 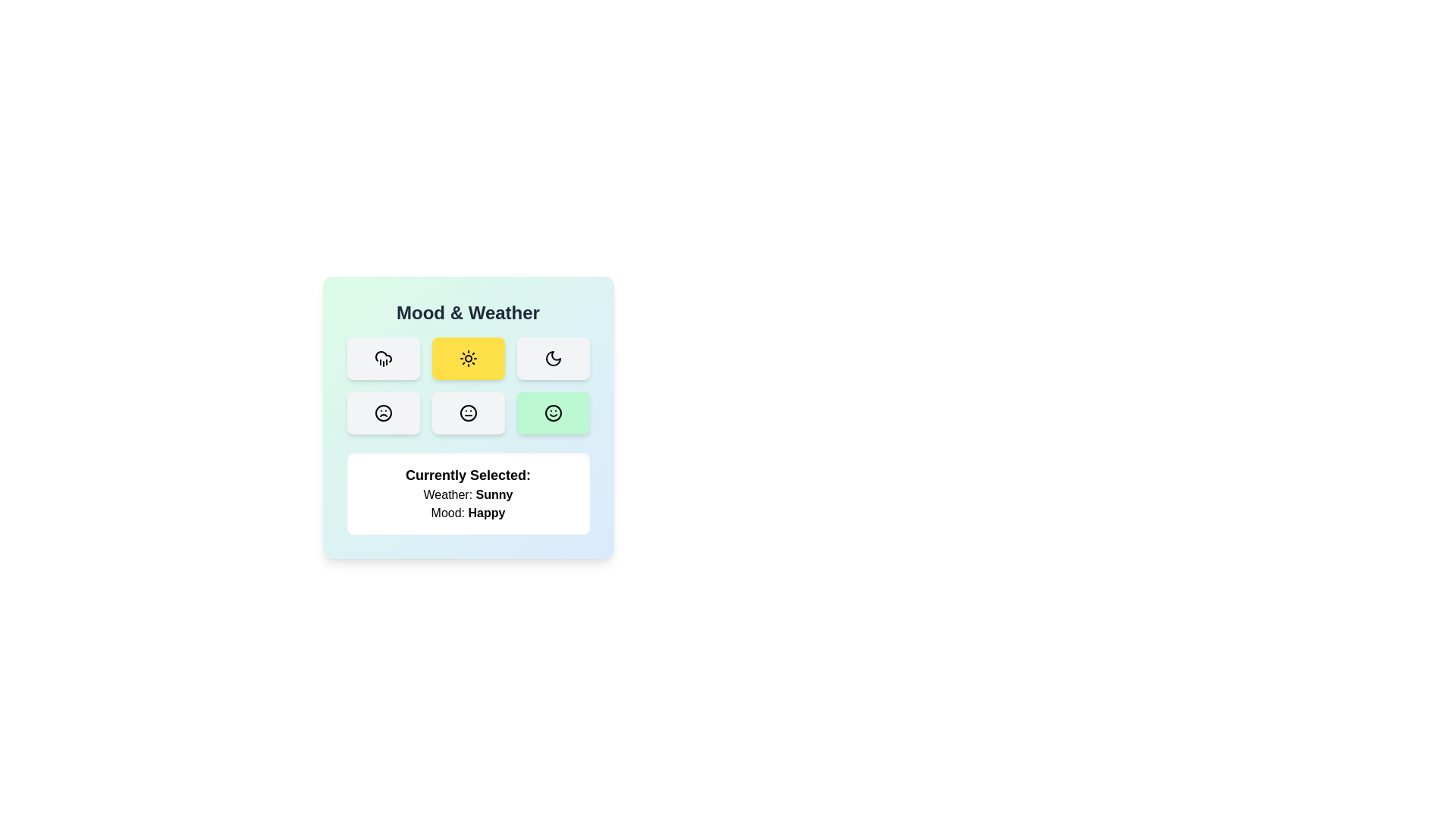 What do you see at coordinates (552, 413) in the screenshot?
I see `the button labeled 'Mood & Weather' which has a light green background and features a black circle with a stylized happy smiley face icon, positioned as the third item in the second row of a 3x2 grid layout` at bounding box center [552, 413].